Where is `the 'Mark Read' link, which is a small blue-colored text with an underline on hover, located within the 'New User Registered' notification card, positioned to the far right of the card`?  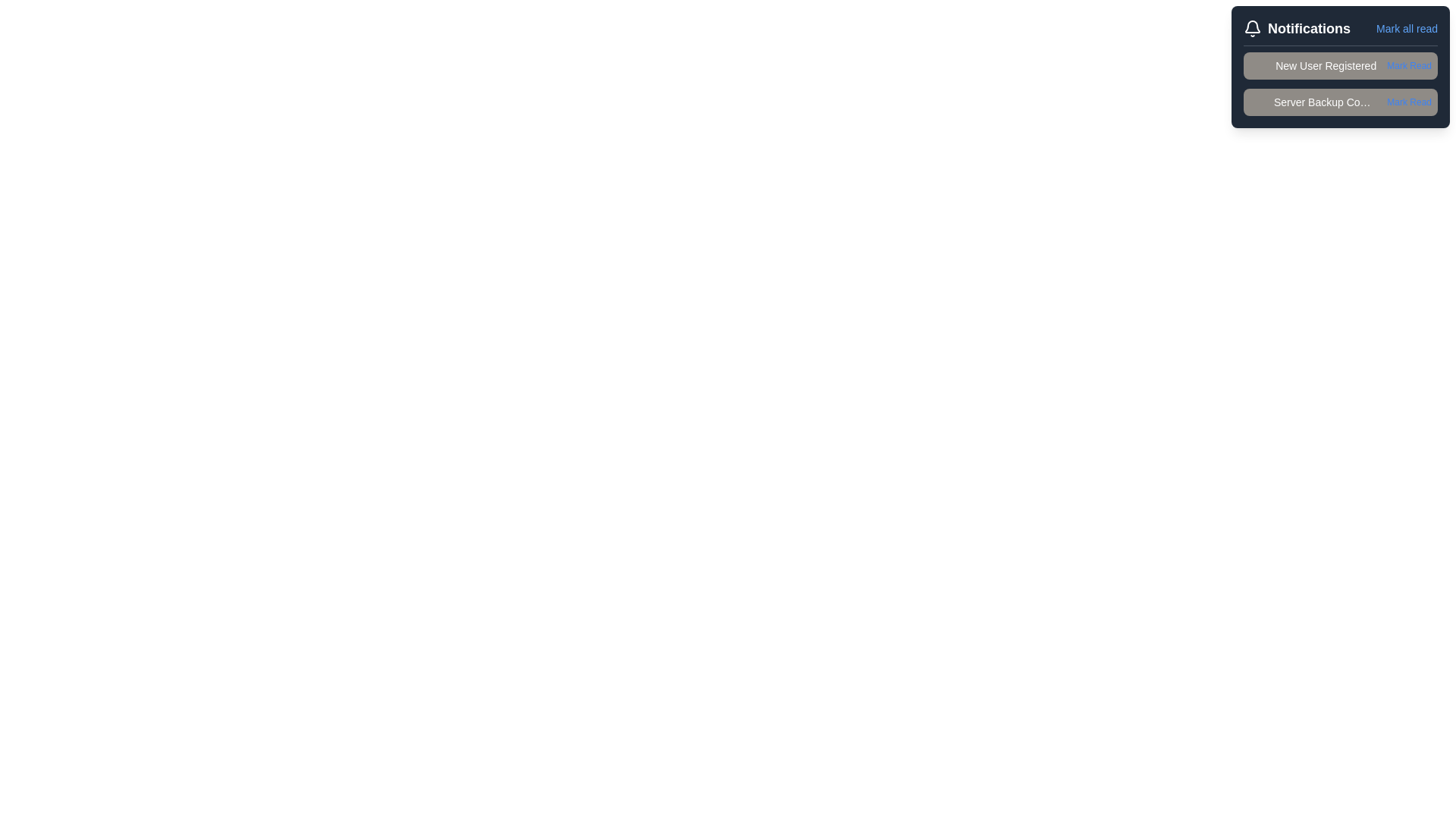
the 'Mark Read' link, which is a small blue-colored text with an underline on hover, located within the 'New User Registered' notification card, positioned to the far right of the card is located at coordinates (1408, 65).